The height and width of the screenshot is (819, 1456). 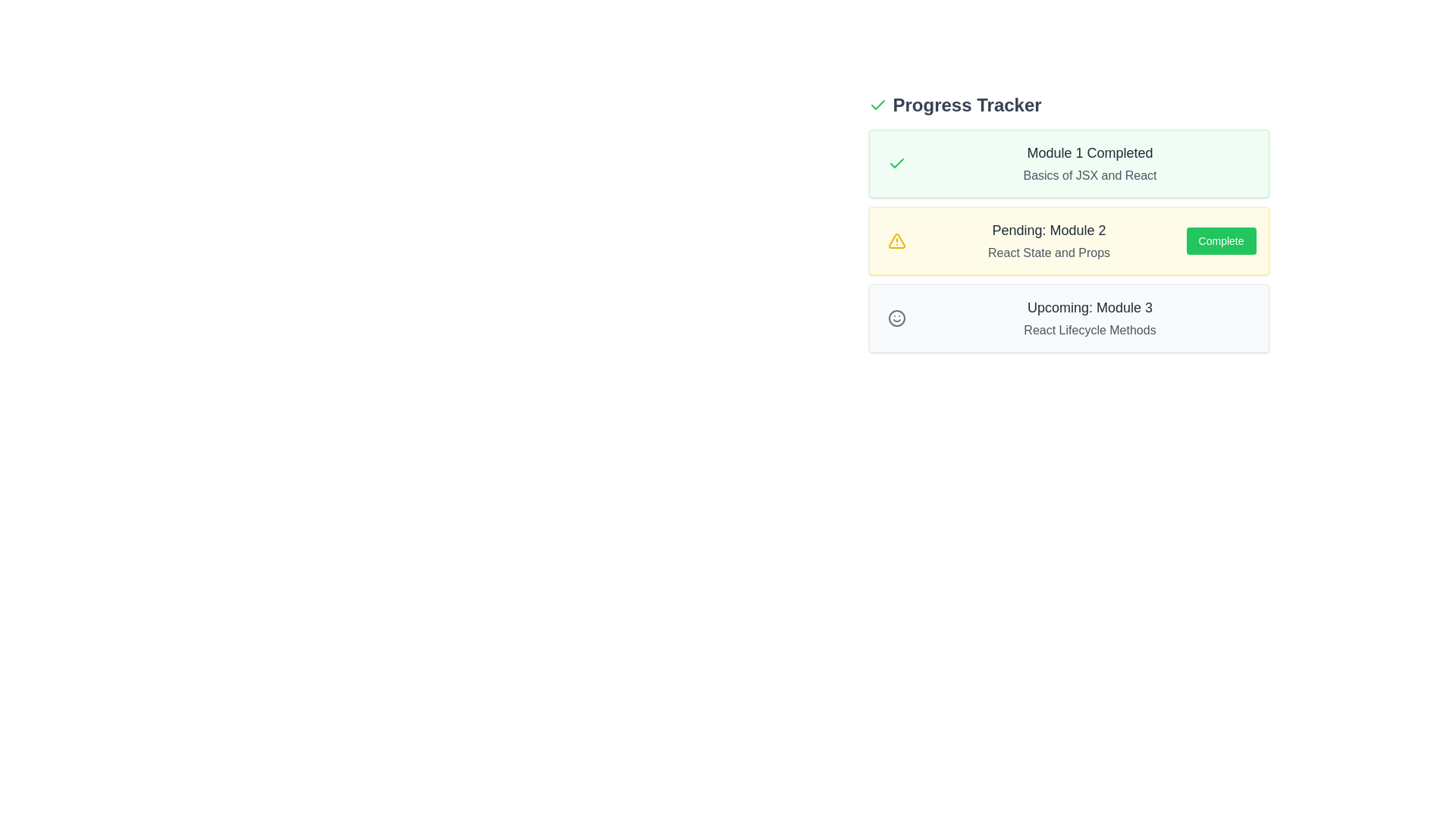 What do you see at coordinates (1221, 240) in the screenshot?
I see `the green button labeled 'Complete' located at the bottom-right corner of the 'Pending: Module 2 - React State and Props' progress tracker` at bounding box center [1221, 240].